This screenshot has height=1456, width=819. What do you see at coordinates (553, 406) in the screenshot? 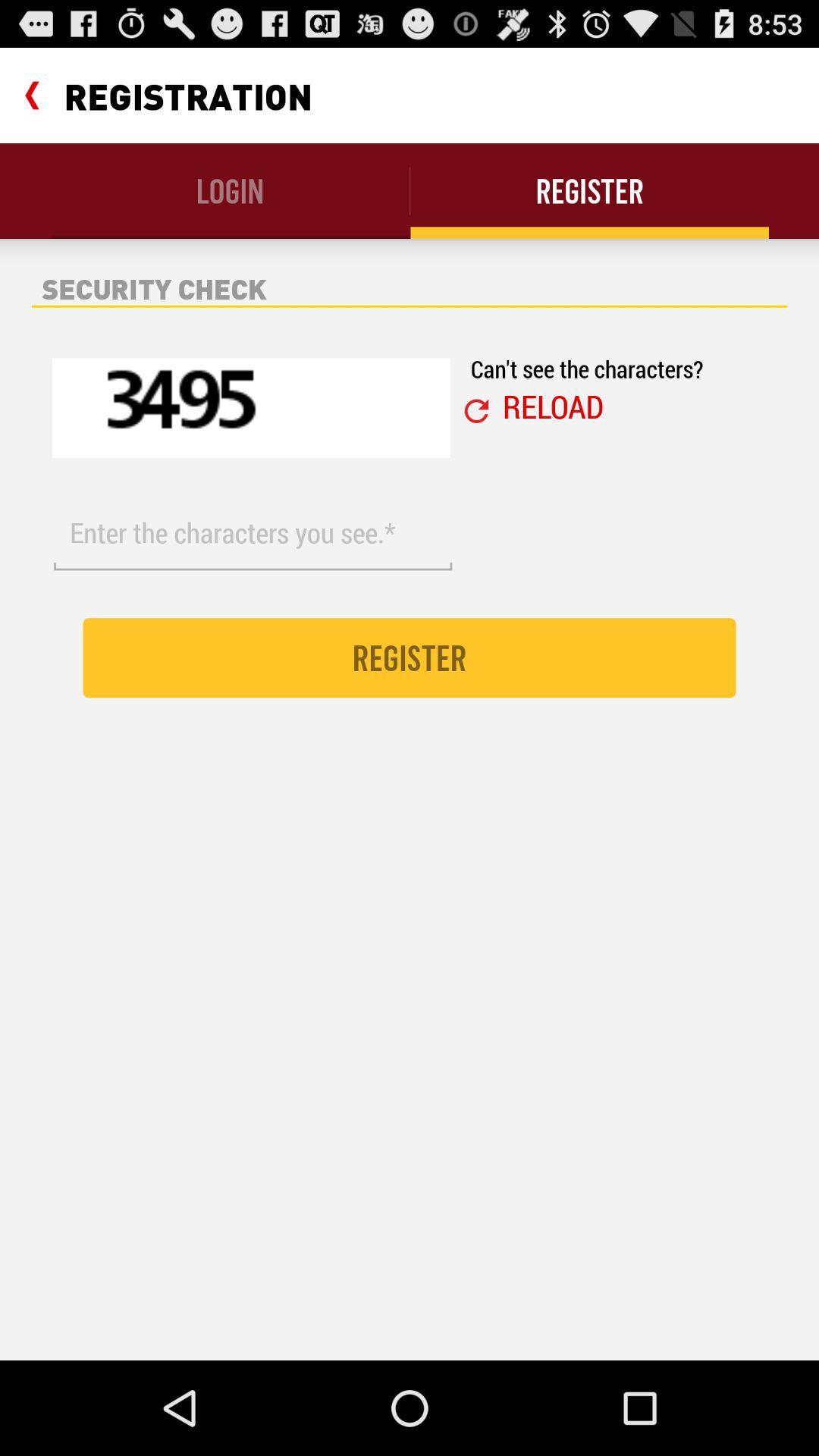
I see `icon below can t see` at bounding box center [553, 406].